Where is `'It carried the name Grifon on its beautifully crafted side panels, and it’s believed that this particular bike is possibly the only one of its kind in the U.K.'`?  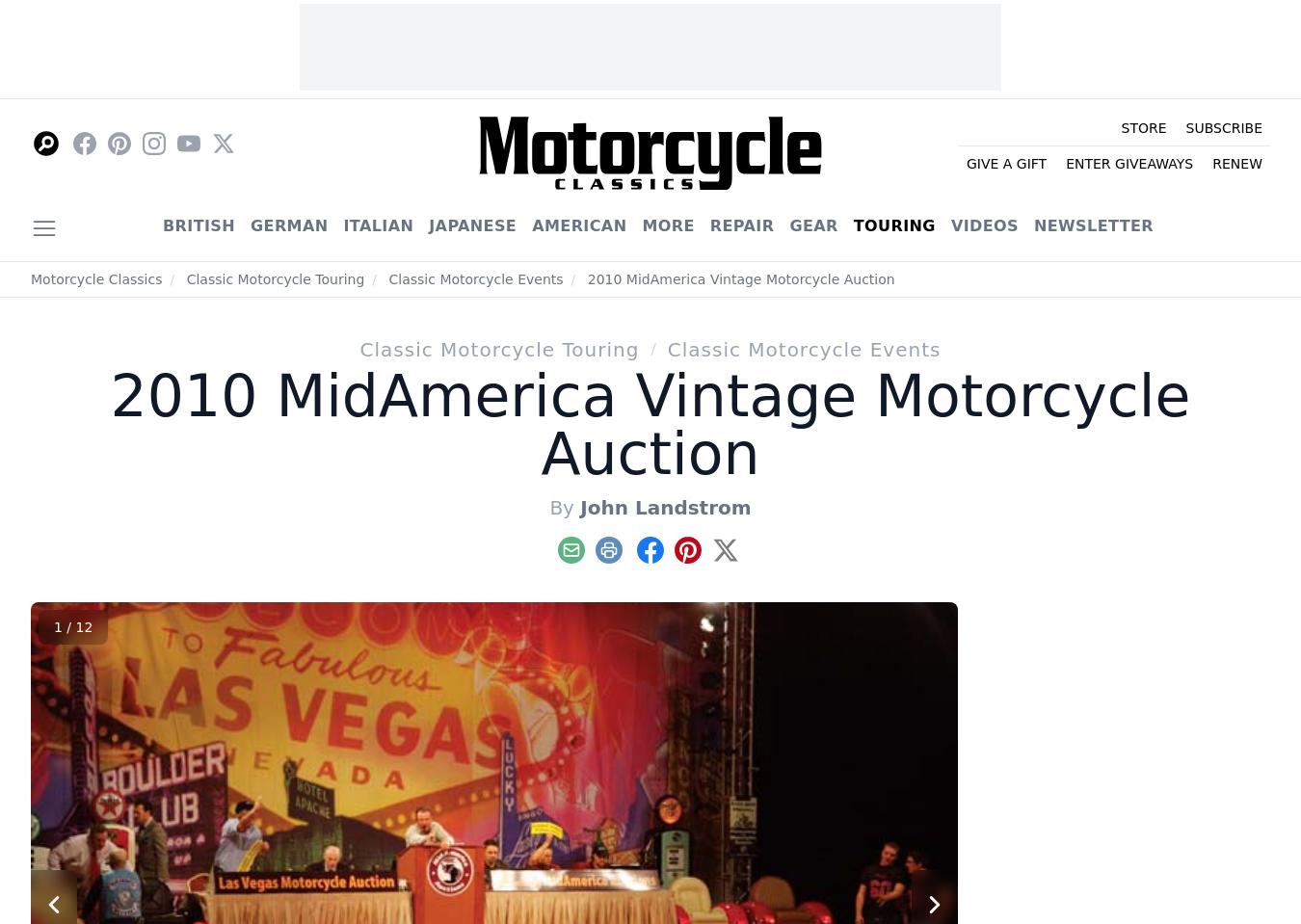 'It carried the name Grifon on its beautifully crafted side panels, and it’s believed that this particular bike is possibly the only one of its kind in the U.K.' is located at coordinates (1154, 204).